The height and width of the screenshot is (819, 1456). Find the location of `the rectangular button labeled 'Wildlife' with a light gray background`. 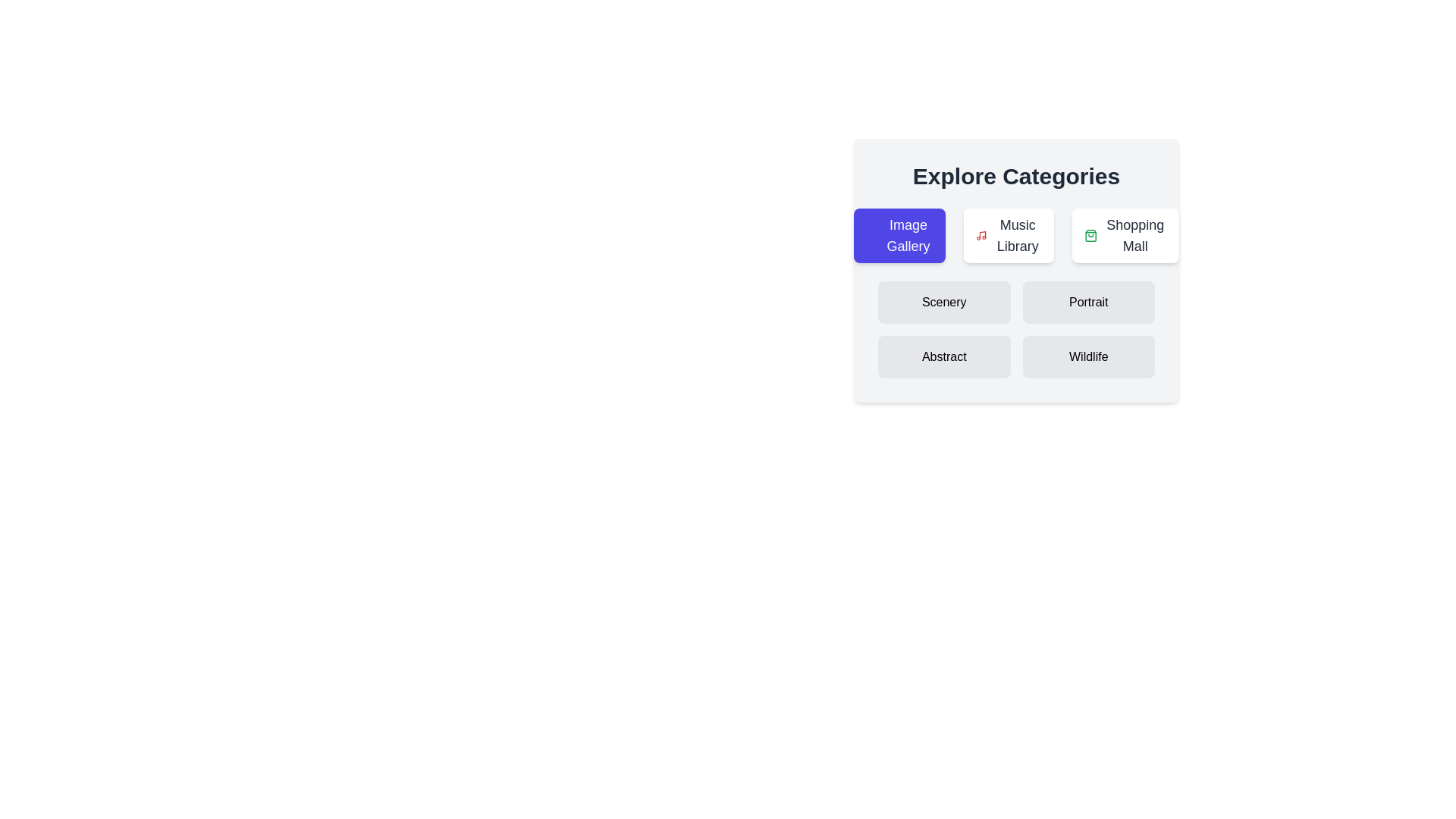

the rectangular button labeled 'Wildlife' with a light gray background is located at coordinates (1087, 356).